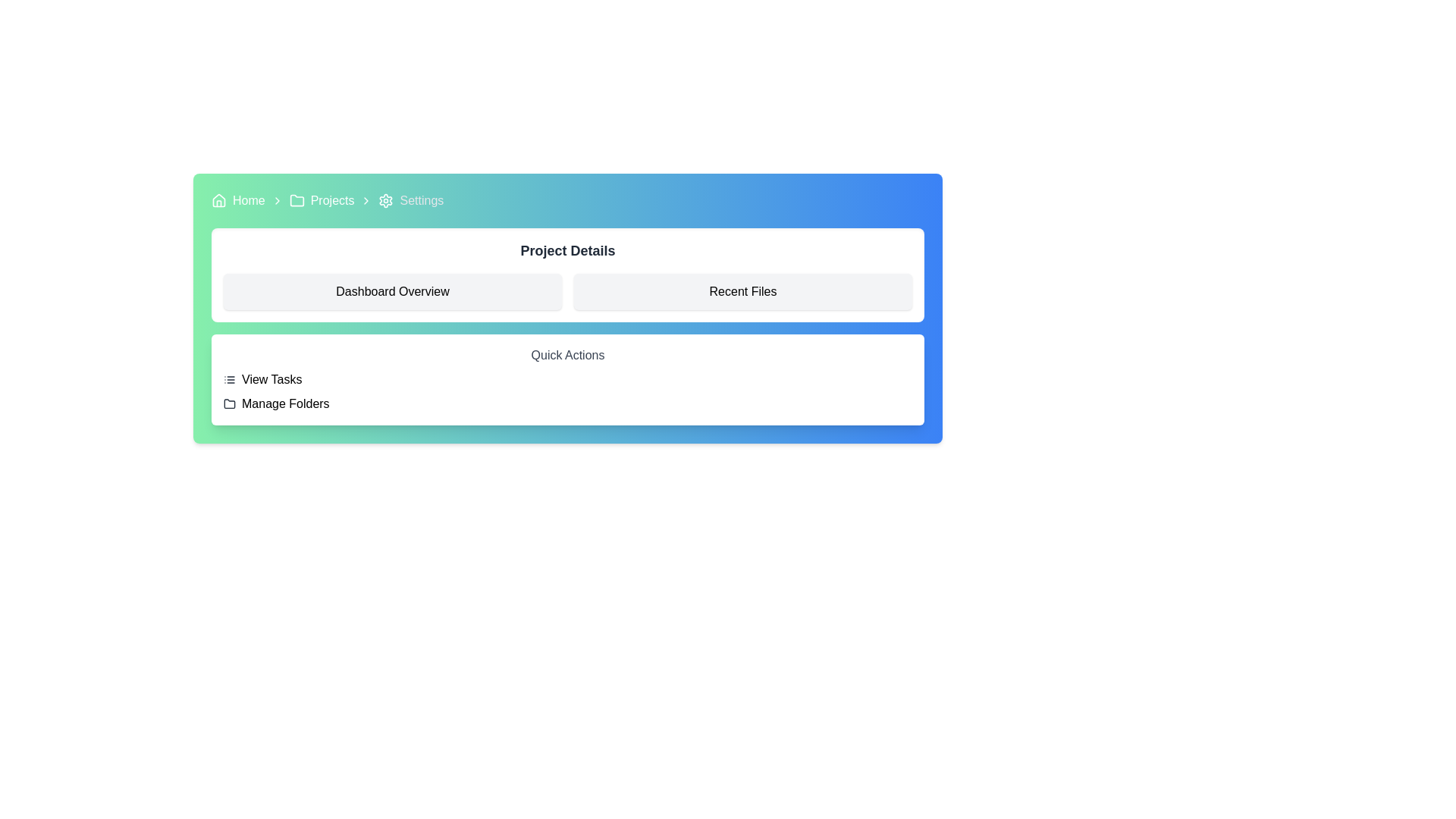 Image resolution: width=1456 pixels, height=819 pixels. What do you see at coordinates (366, 200) in the screenshot?
I see `the chevron icon located in the navigation bar, positioned right after the 'Projects' text and before the 'Settings' icon` at bounding box center [366, 200].